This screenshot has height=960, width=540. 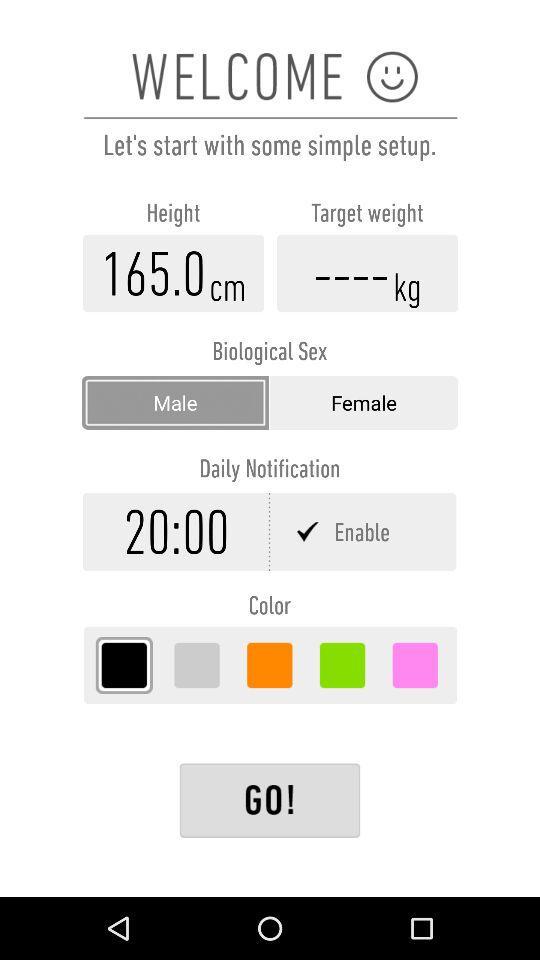 I want to click on pink colour button, so click(x=414, y=665).